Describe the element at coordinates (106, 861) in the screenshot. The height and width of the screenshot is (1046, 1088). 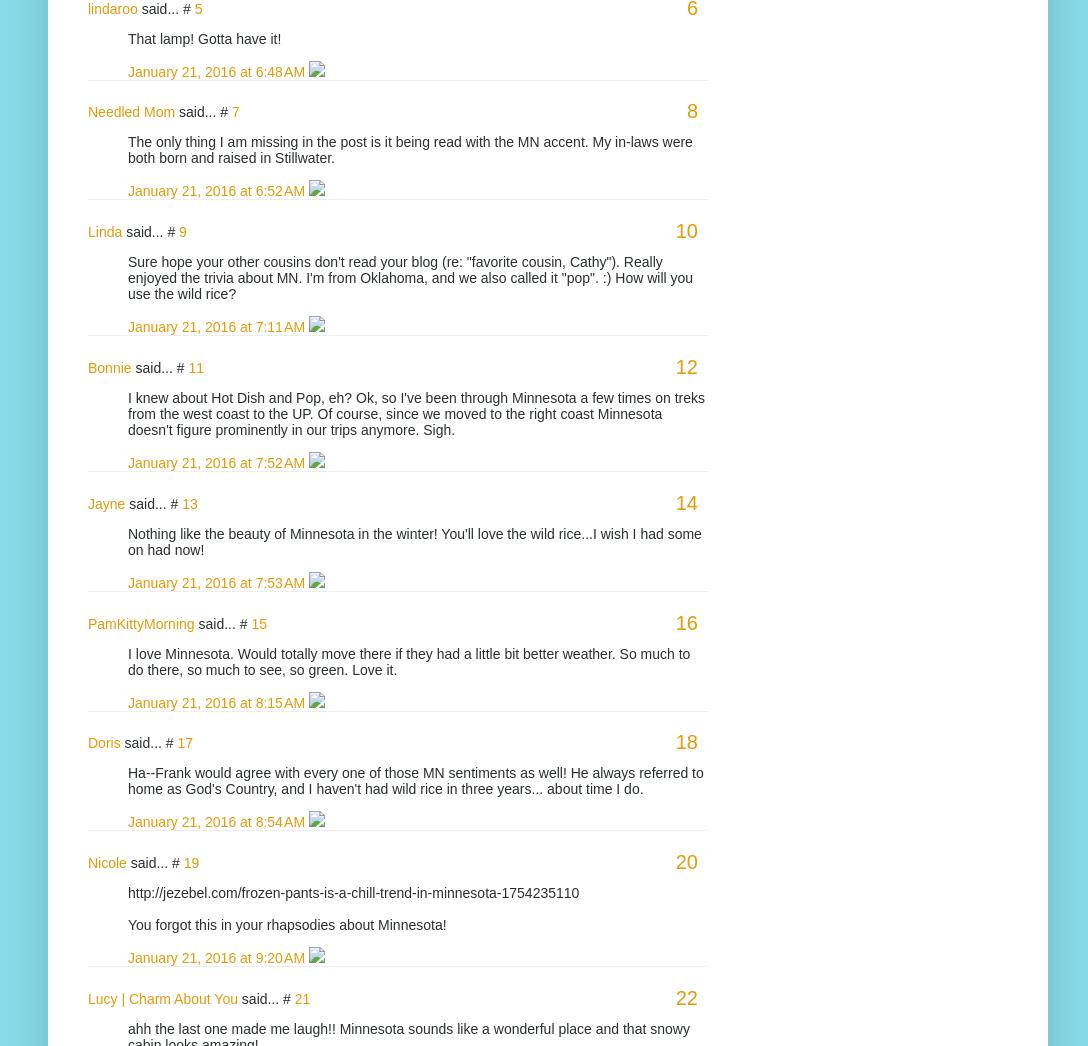
I see `'Nicole'` at that location.